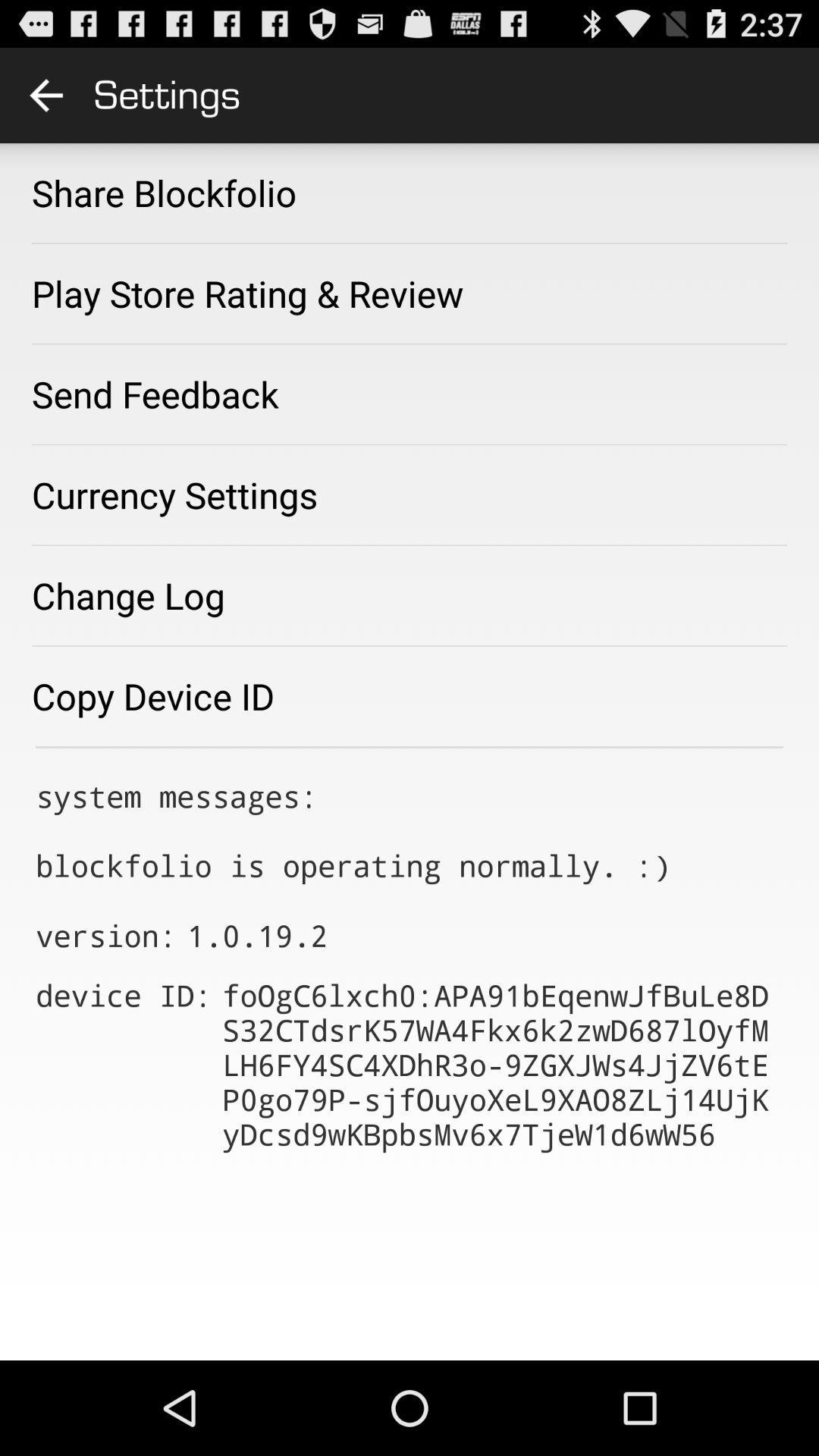 This screenshot has height=1456, width=819. I want to click on the app above the currency settings, so click(155, 394).